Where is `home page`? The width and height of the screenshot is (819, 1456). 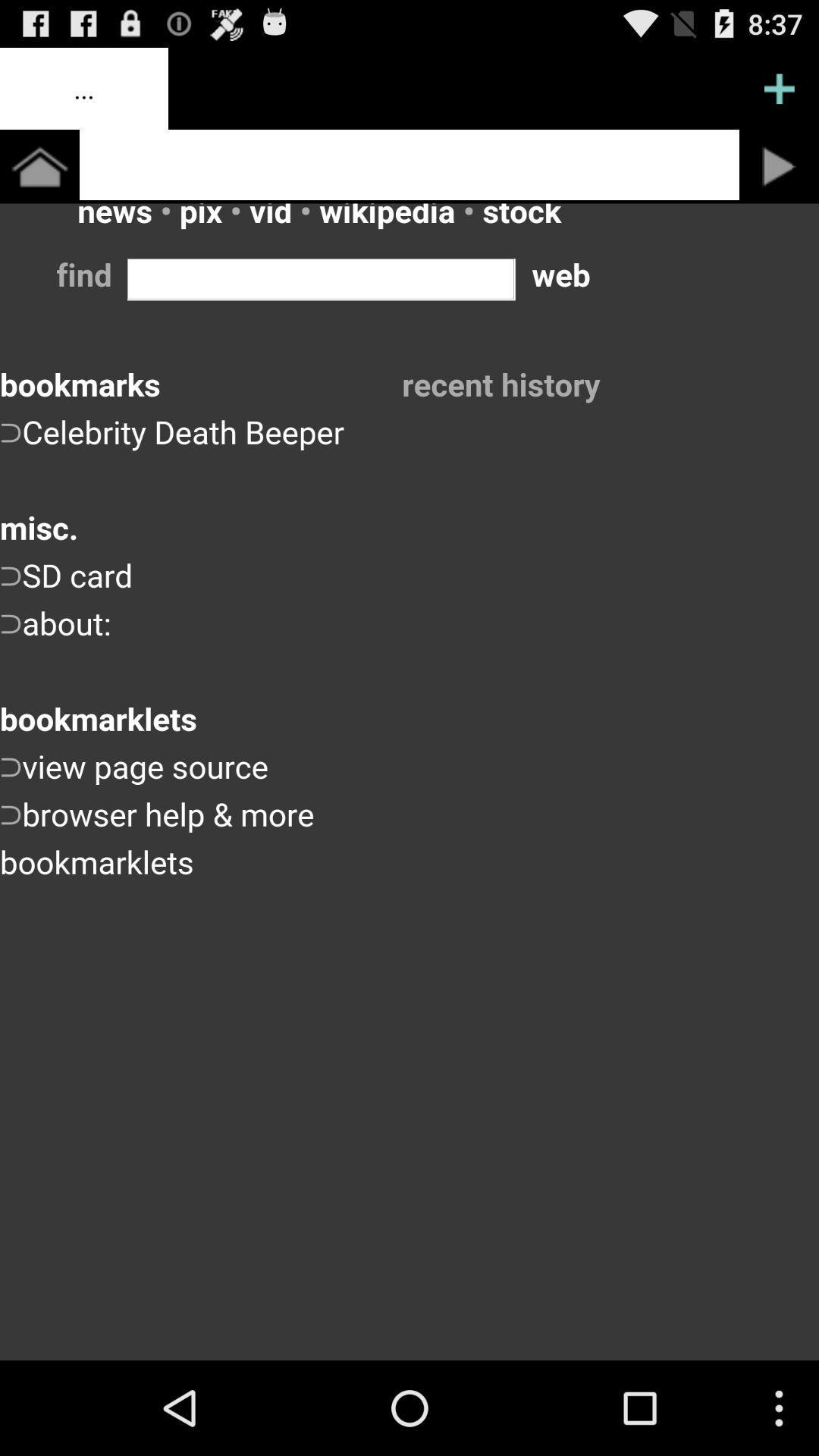
home page is located at coordinates (39, 166).